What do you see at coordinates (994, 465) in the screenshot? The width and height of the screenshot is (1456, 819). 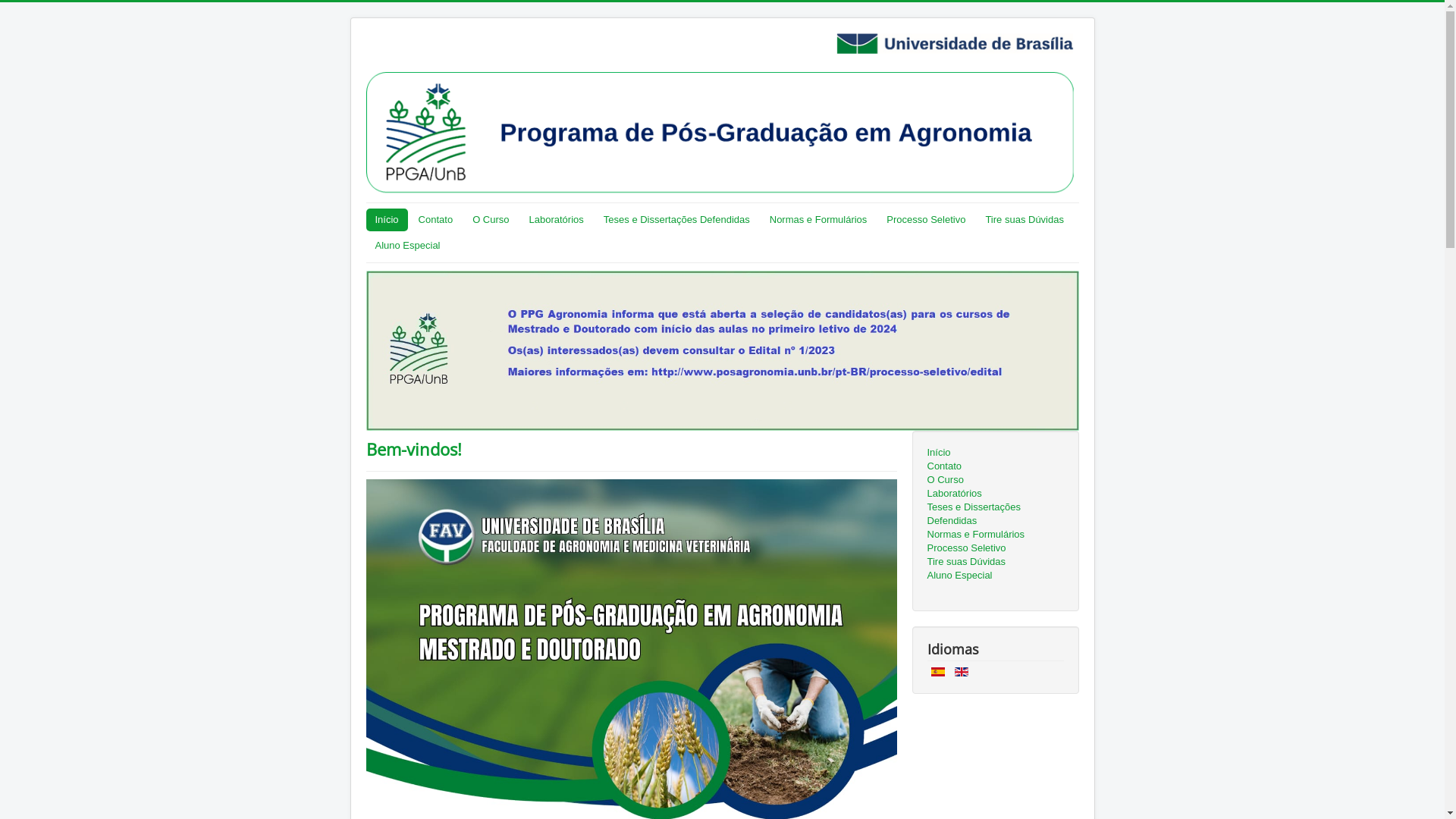 I see `'Contato'` at bounding box center [994, 465].